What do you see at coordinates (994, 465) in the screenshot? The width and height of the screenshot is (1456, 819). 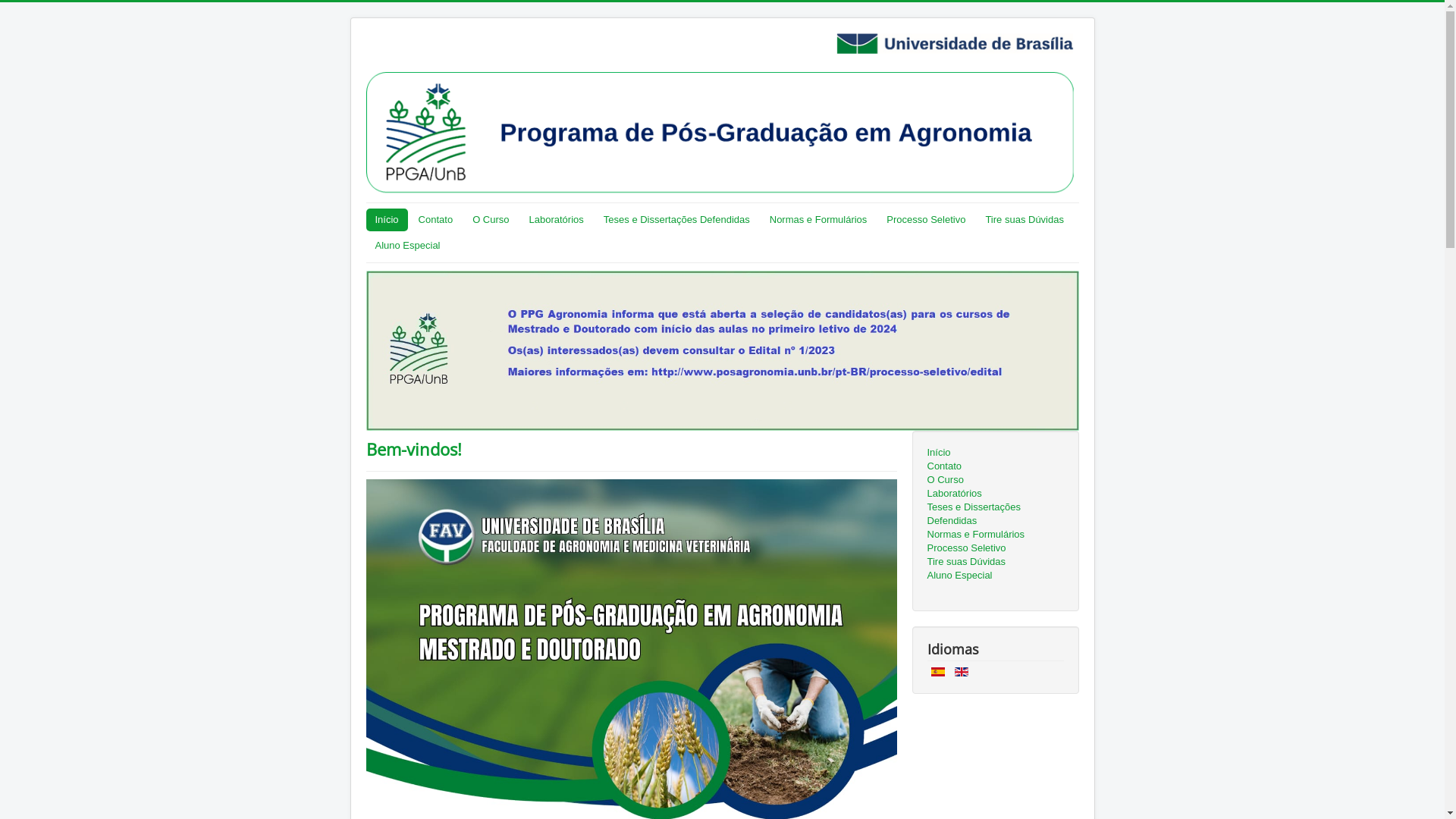 I see `'Contato'` at bounding box center [994, 465].